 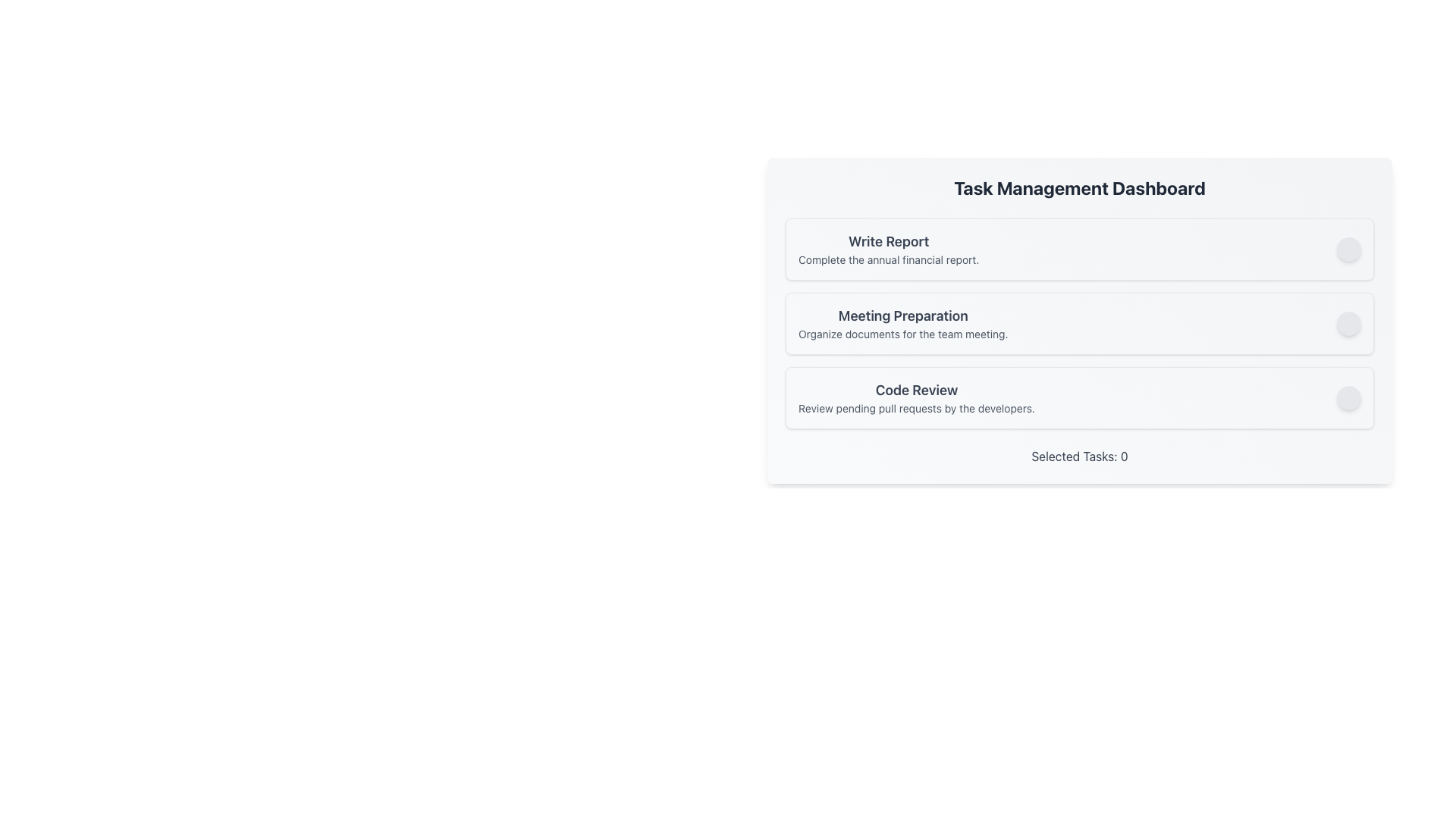 I want to click on the text label that serves as the title for the task 'Meeting Preparation' within the Task Management Dashboard, so click(x=903, y=315).